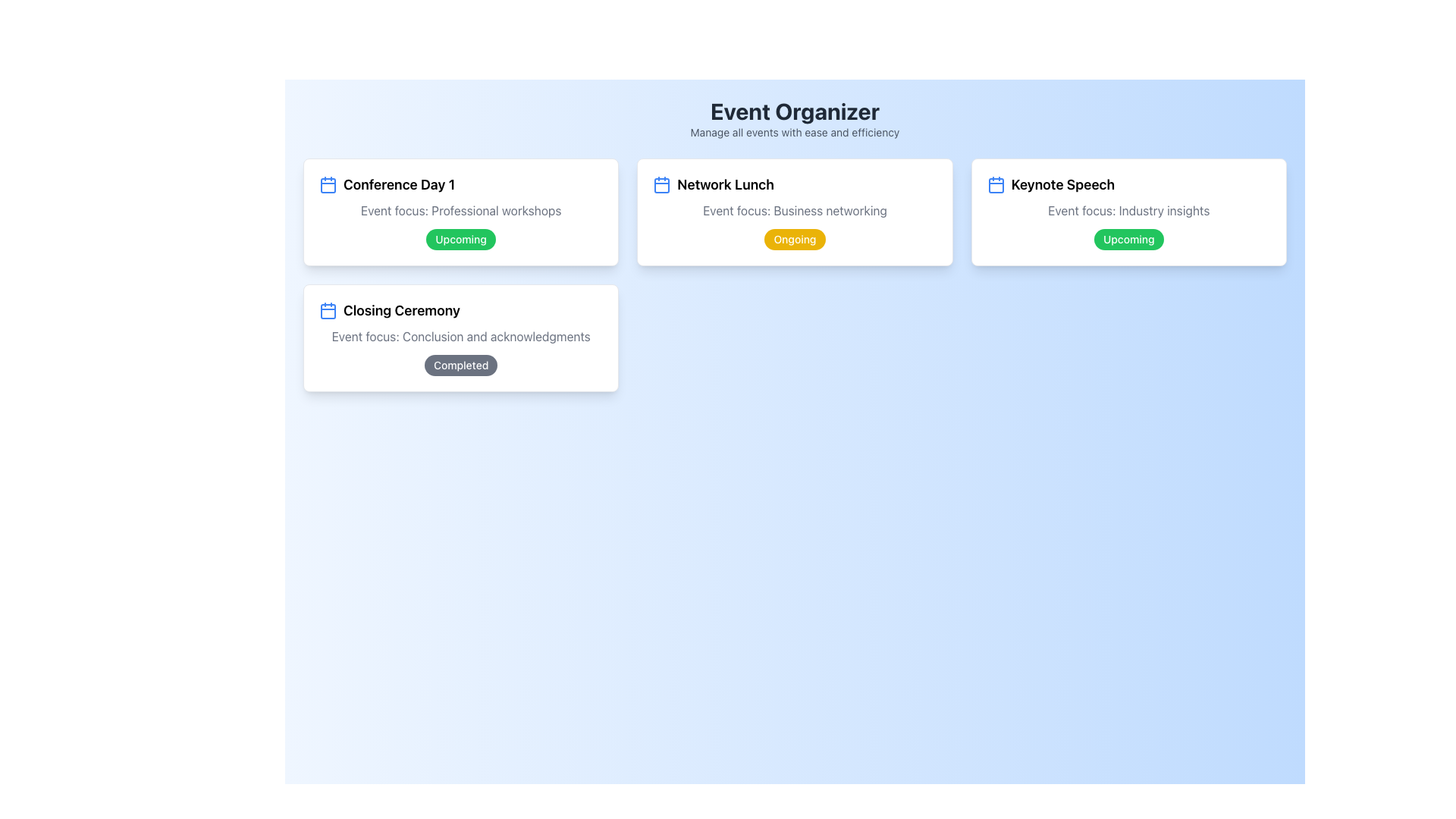 The width and height of the screenshot is (1456, 819). Describe the element at coordinates (662, 184) in the screenshot. I see `the calendar icon with a blue outline located at the top-left corner of the 'Network Lunch' event card as static information` at that location.